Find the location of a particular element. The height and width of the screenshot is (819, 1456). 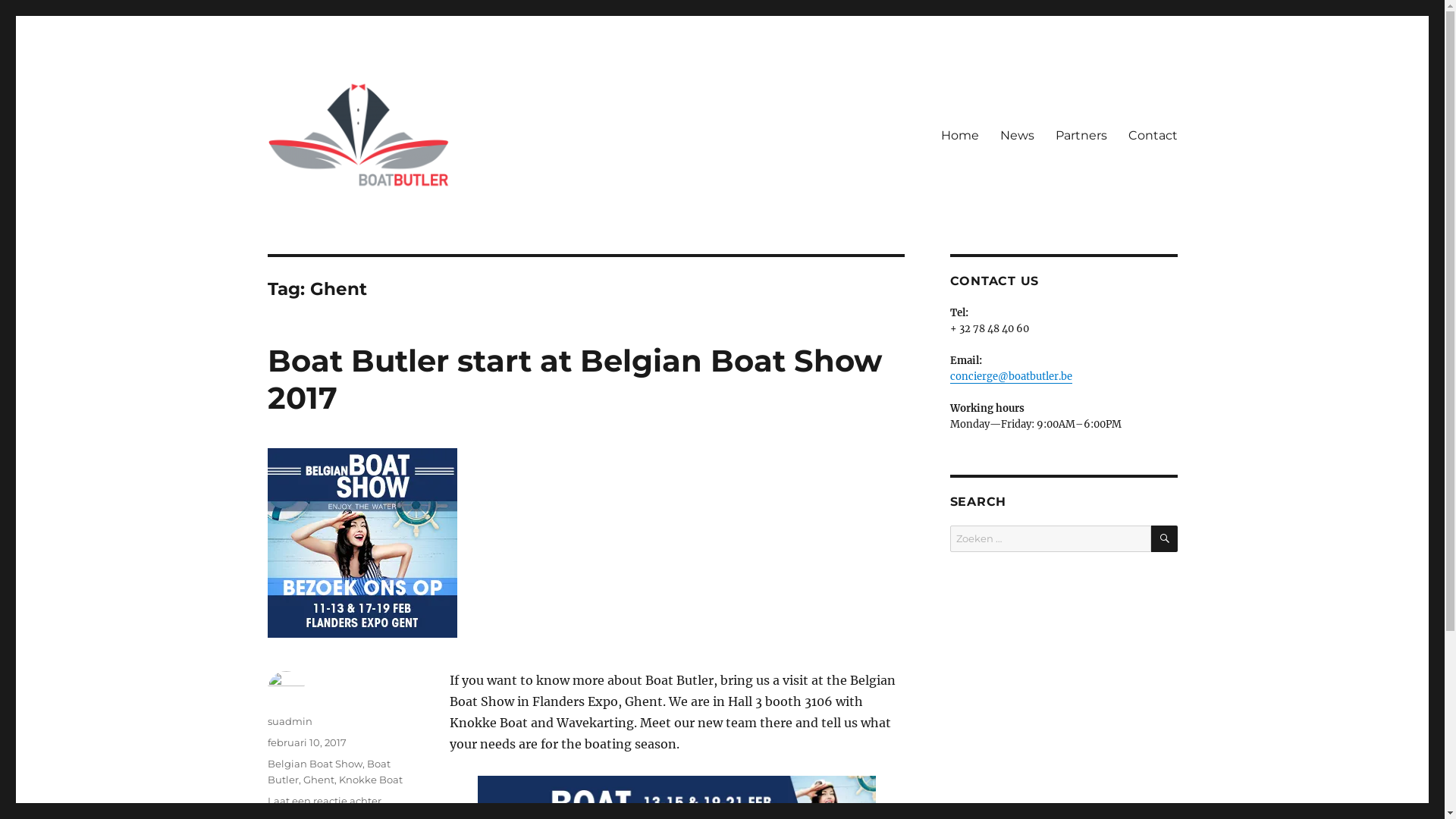

'Contact' is located at coordinates (1153, 133).